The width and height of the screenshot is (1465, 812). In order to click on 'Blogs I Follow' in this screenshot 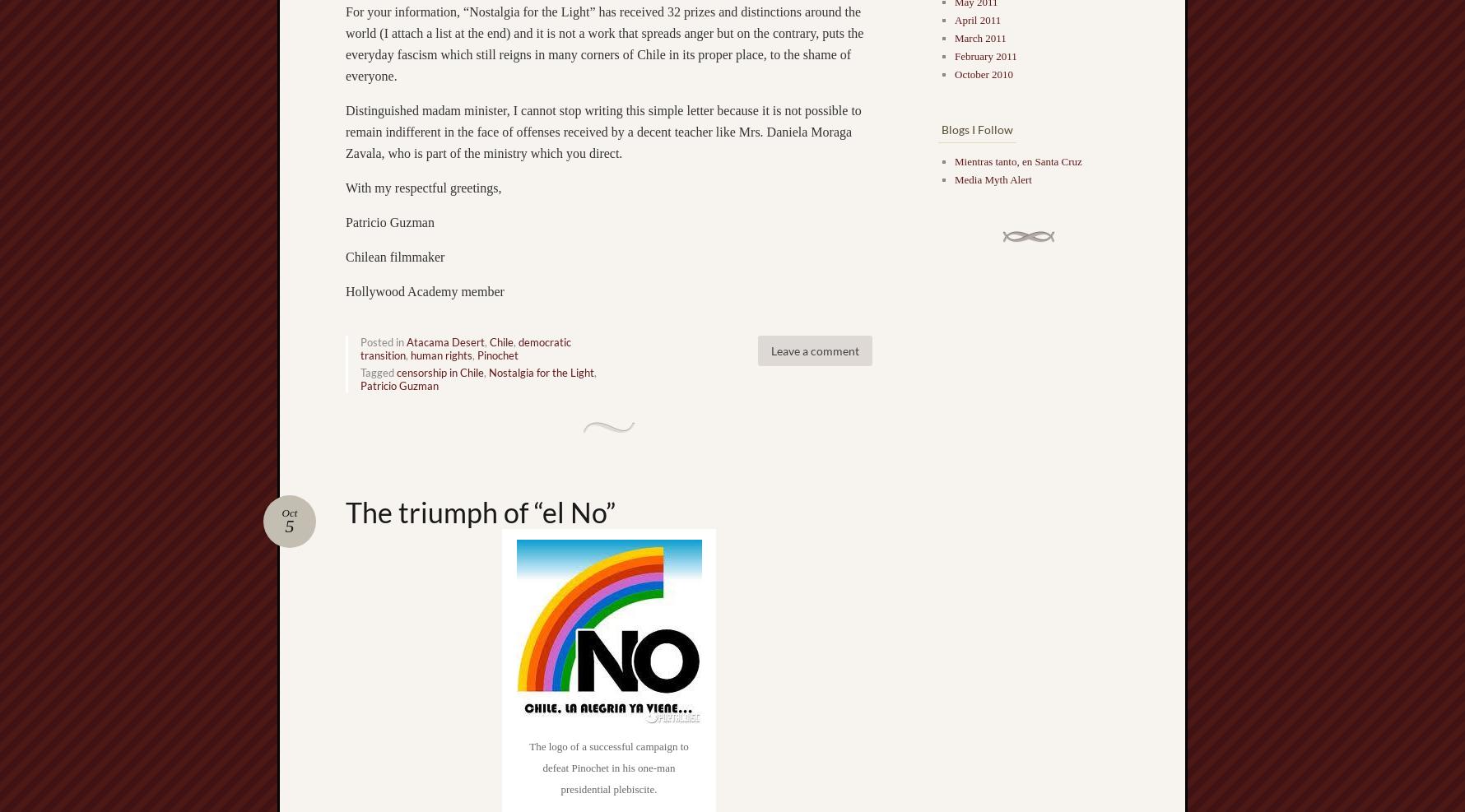, I will do `click(977, 128)`.